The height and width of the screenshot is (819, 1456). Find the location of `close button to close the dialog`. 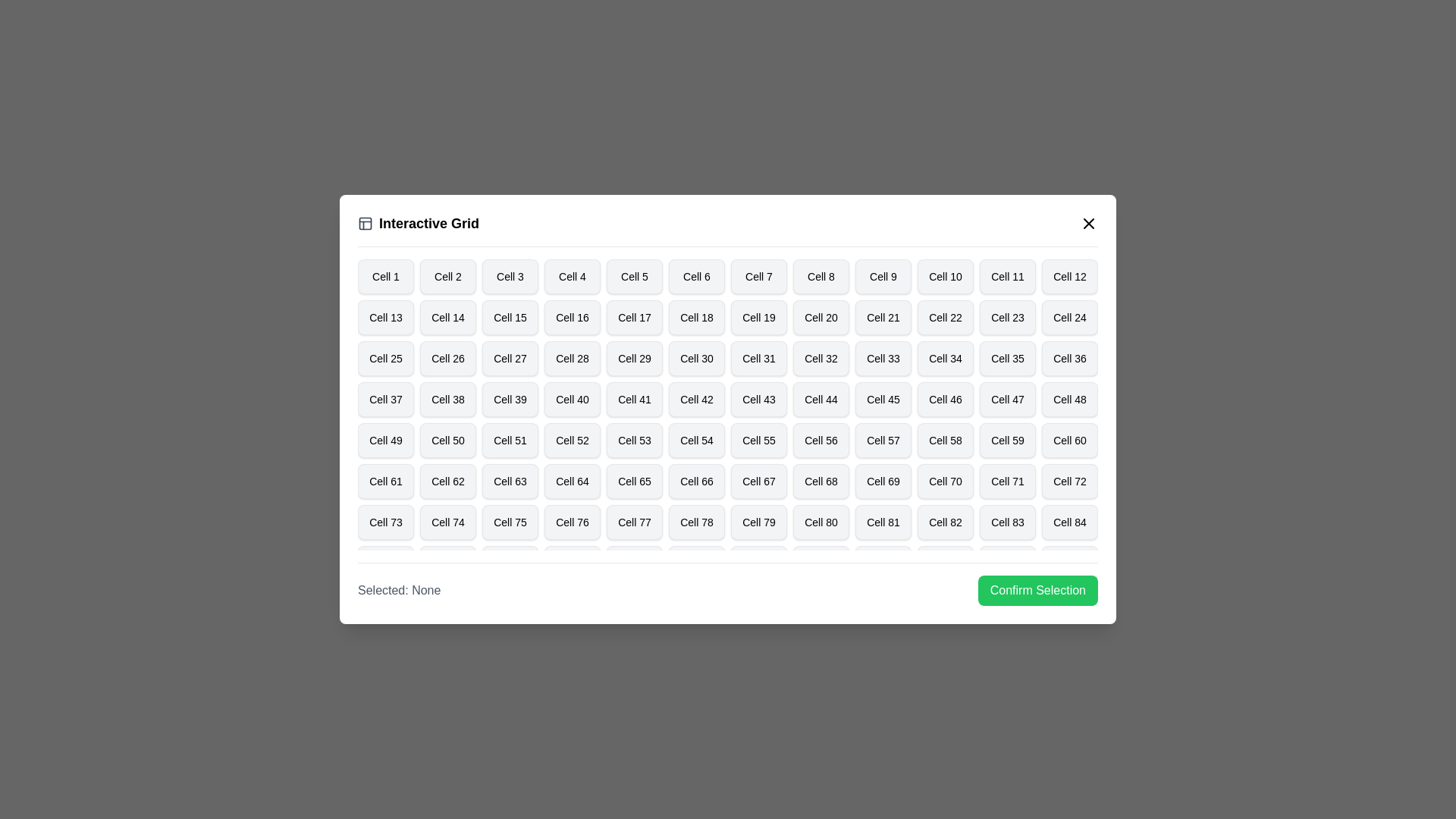

close button to close the dialog is located at coordinates (1087, 223).